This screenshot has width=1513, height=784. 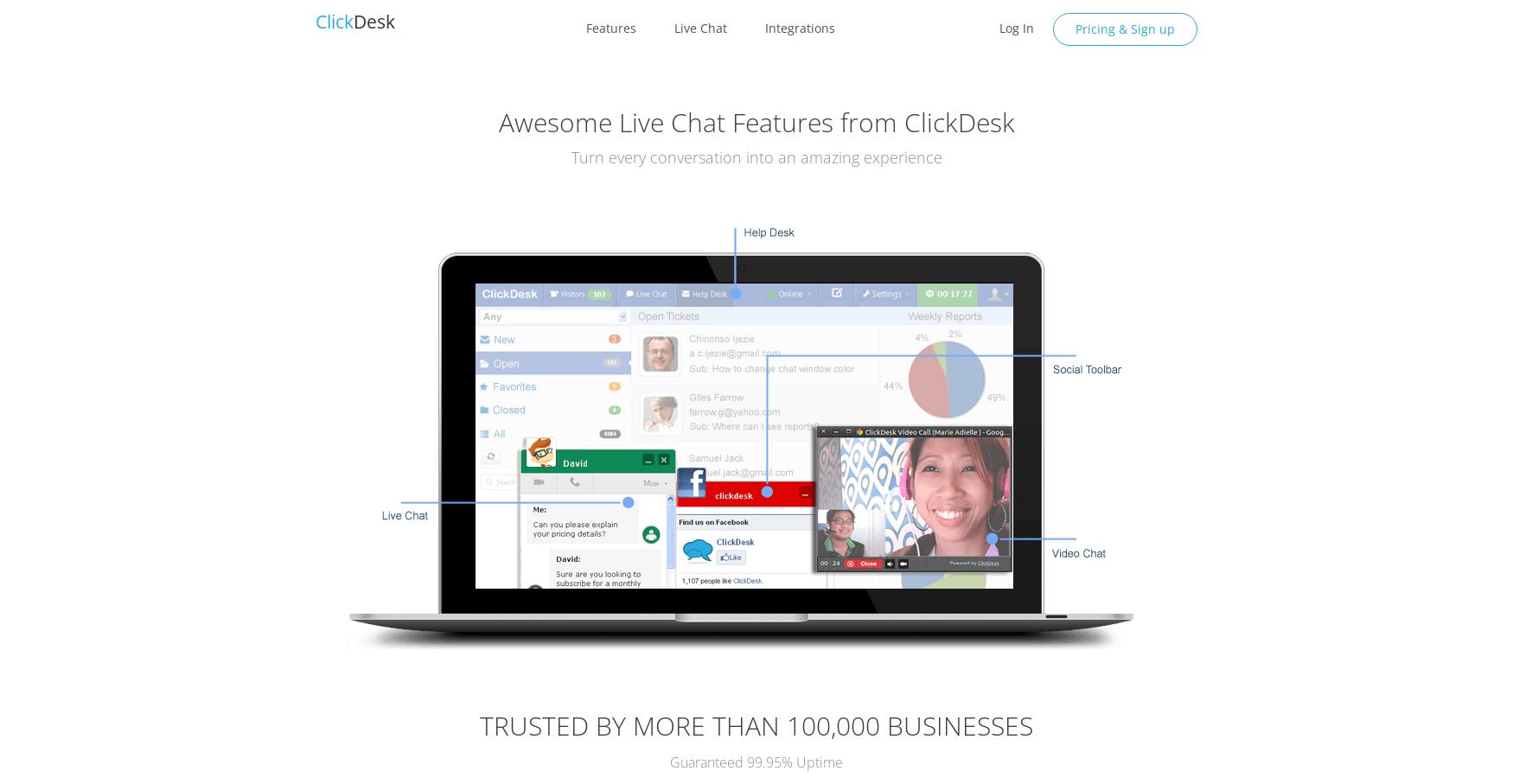 What do you see at coordinates (699, 27) in the screenshot?
I see `'Live Chat'` at bounding box center [699, 27].